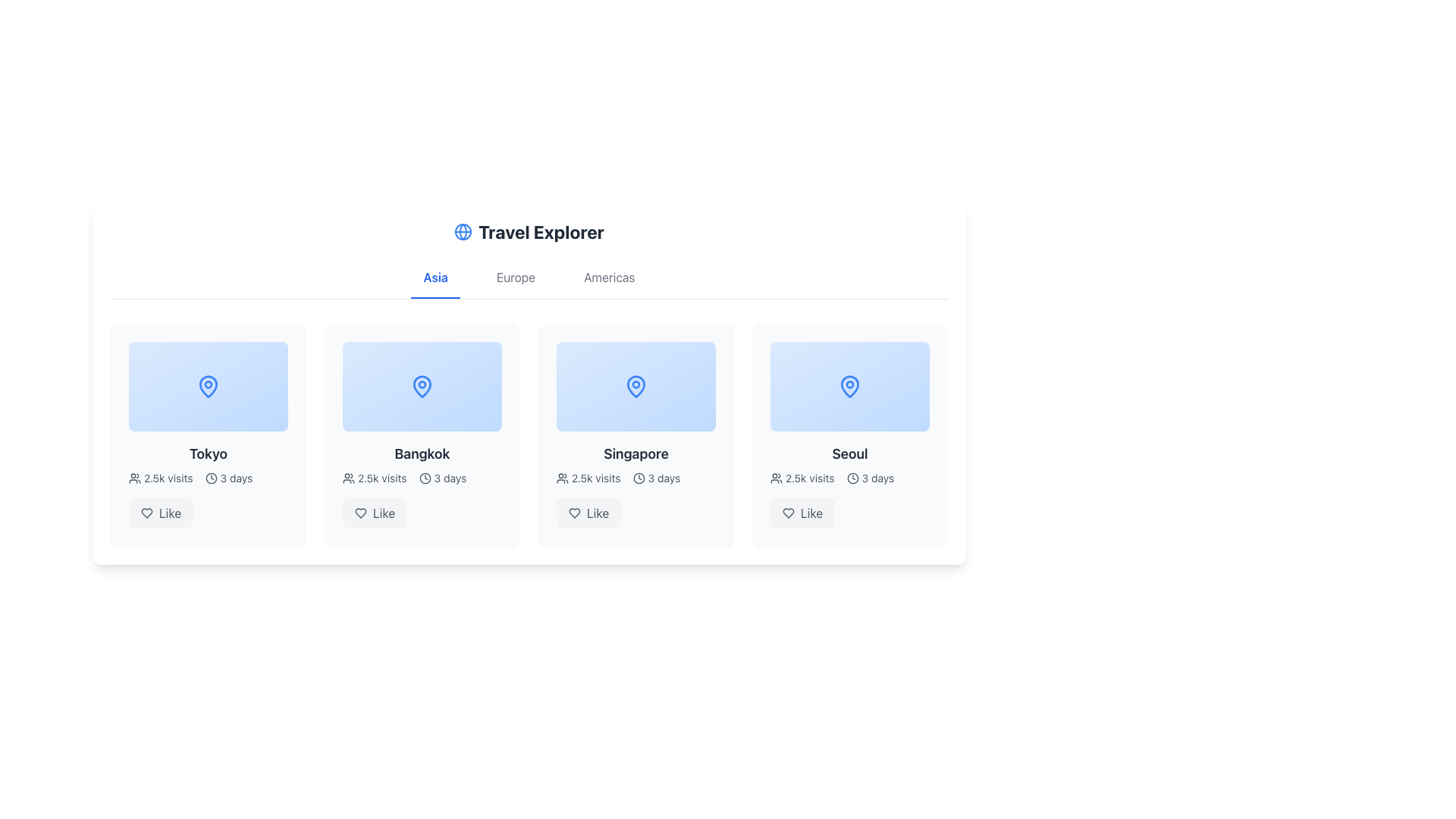 The image size is (1456, 819). What do you see at coordinates (664, 479) in the screenshot?
I see `text from the label that indicates the duration related to the location in the third card from the left under the 'Singapore' heading, positioned to the right of a clock icon` at bounding box center [664, 479].